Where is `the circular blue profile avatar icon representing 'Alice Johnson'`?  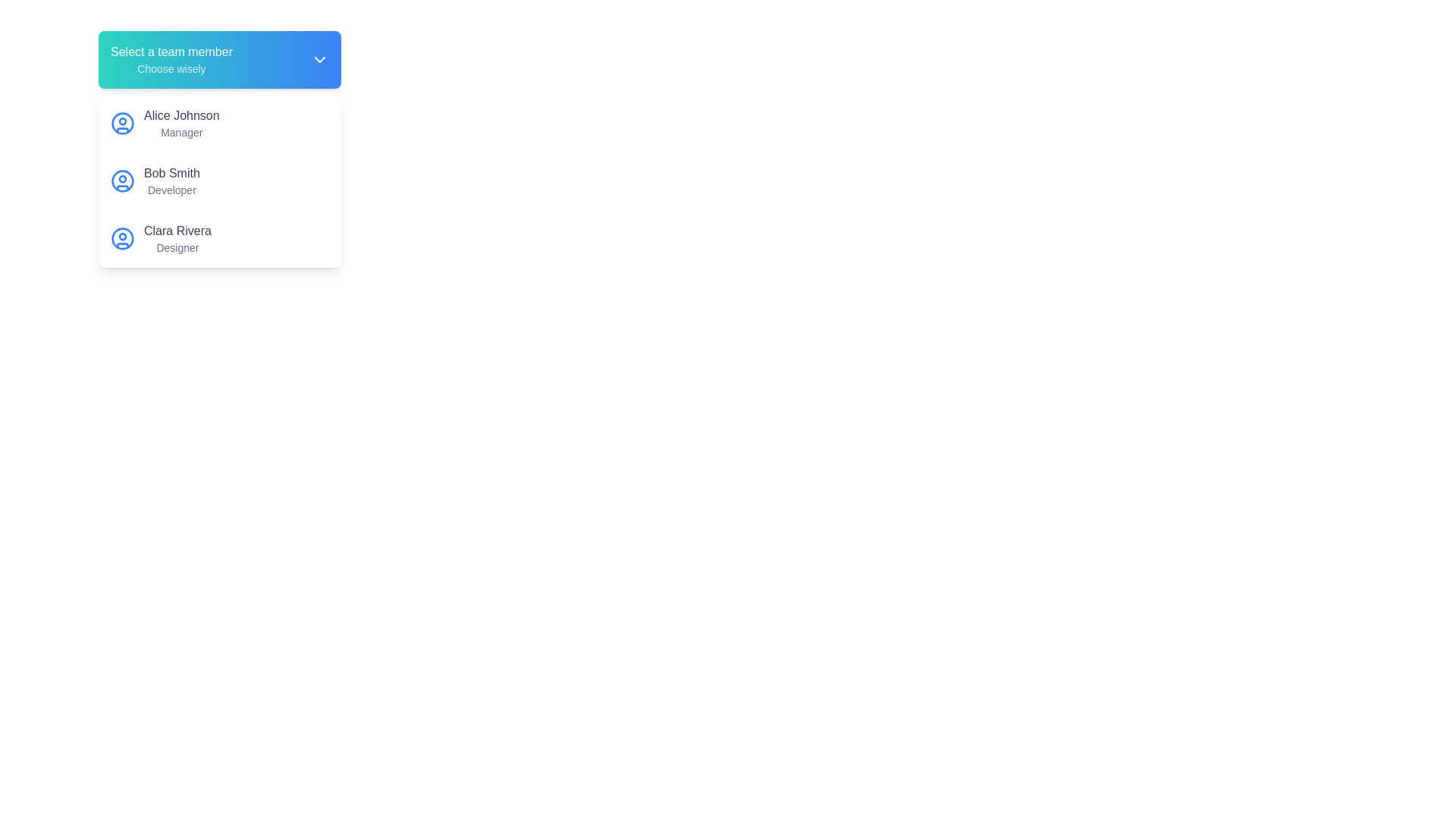 the circular blue profile avatar icon representing 'Alice Johnson' is located at coordinates (123, 122).